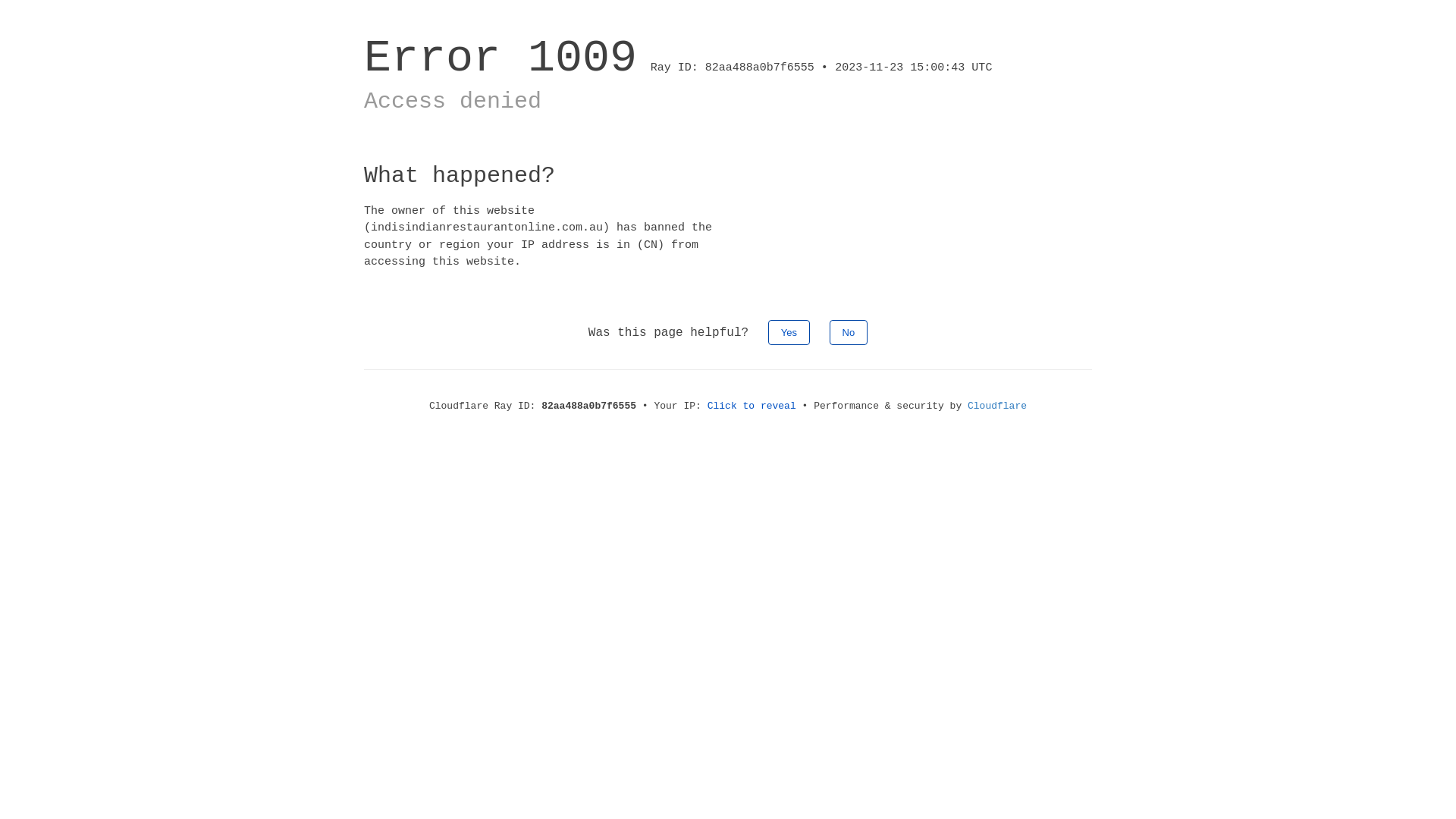  Describe the element at coordinates (997, 405) in the screenshot. I see `'Cloudflare'` at that location.